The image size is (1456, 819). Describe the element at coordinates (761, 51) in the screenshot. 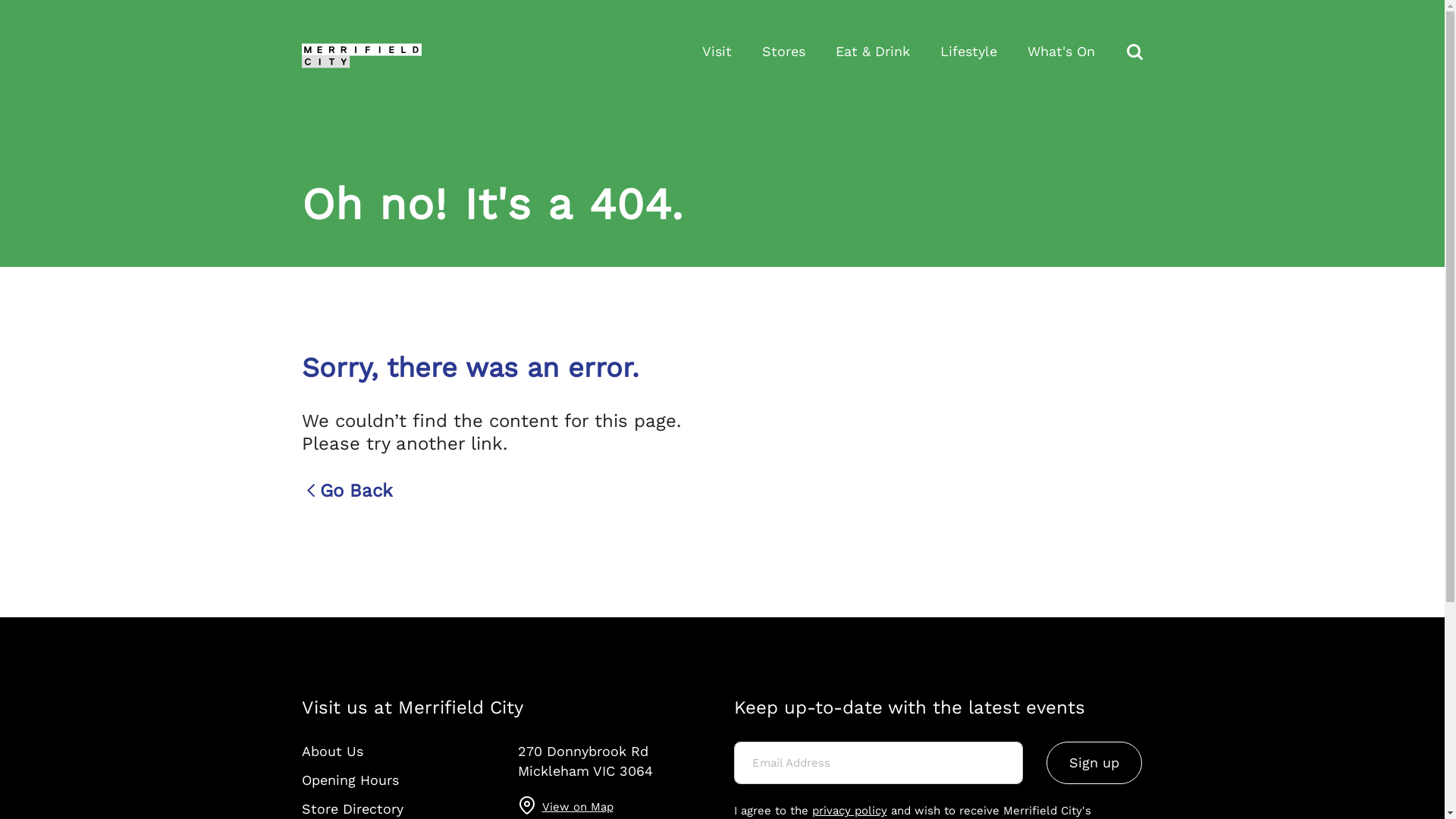

I see `'Stores'` at that location.